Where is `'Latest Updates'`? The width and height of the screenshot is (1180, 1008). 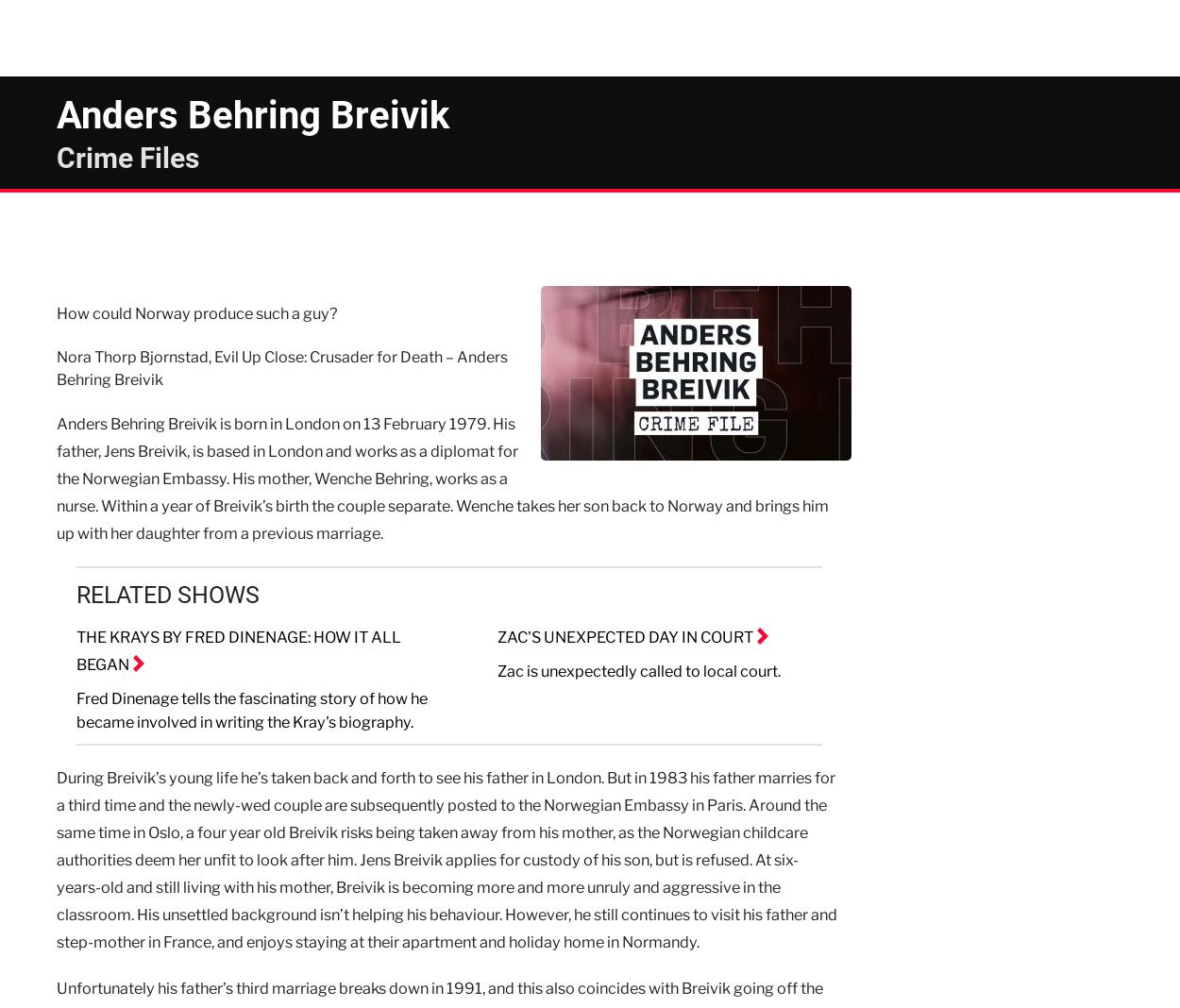 'Latest Updates' is located at coordinates (753, 37).